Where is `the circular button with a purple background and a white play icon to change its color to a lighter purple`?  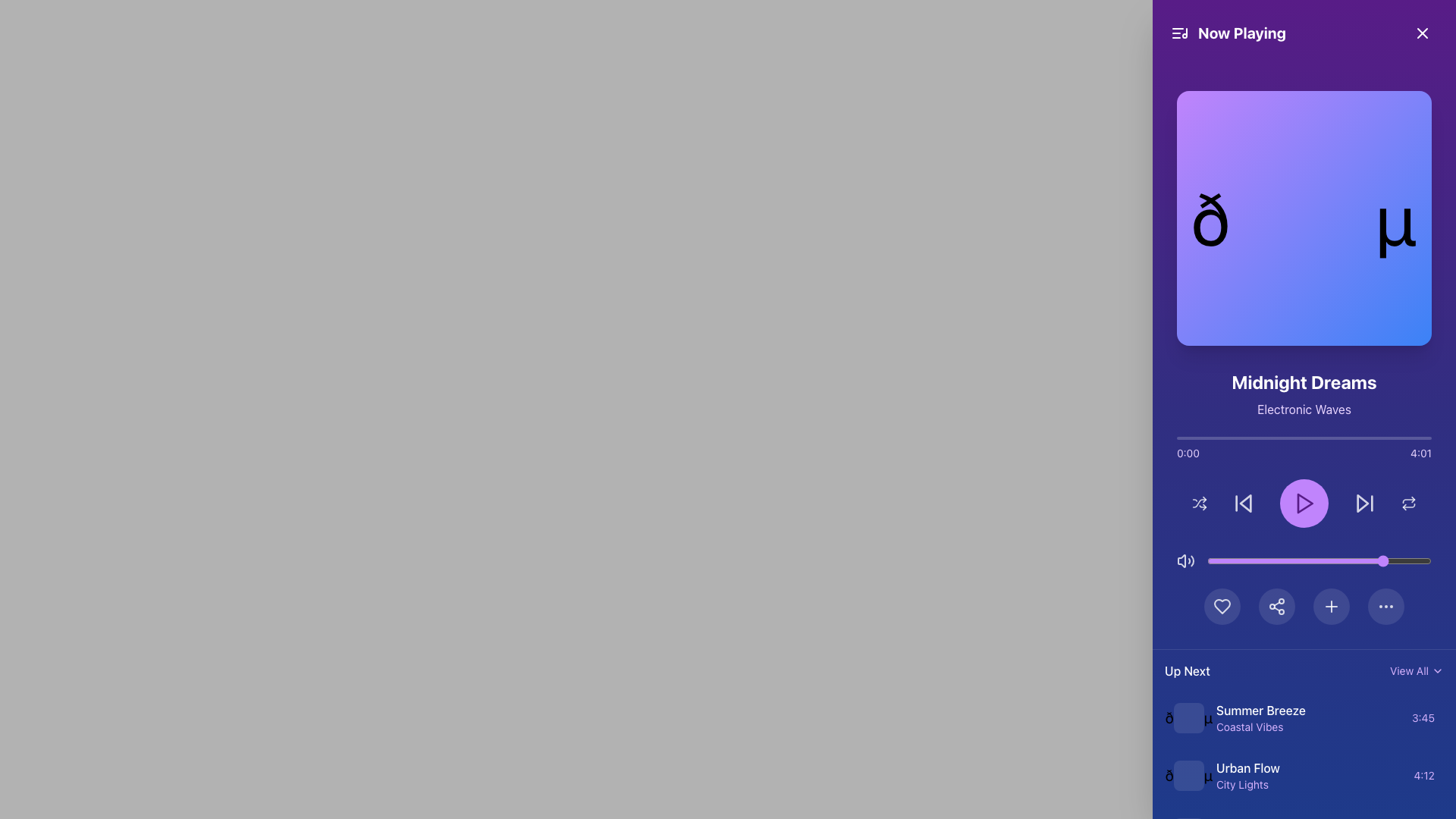 the circular button with a purple background and a white play icon to change its color to a lighter purple is located at coordinates (1303, 503).